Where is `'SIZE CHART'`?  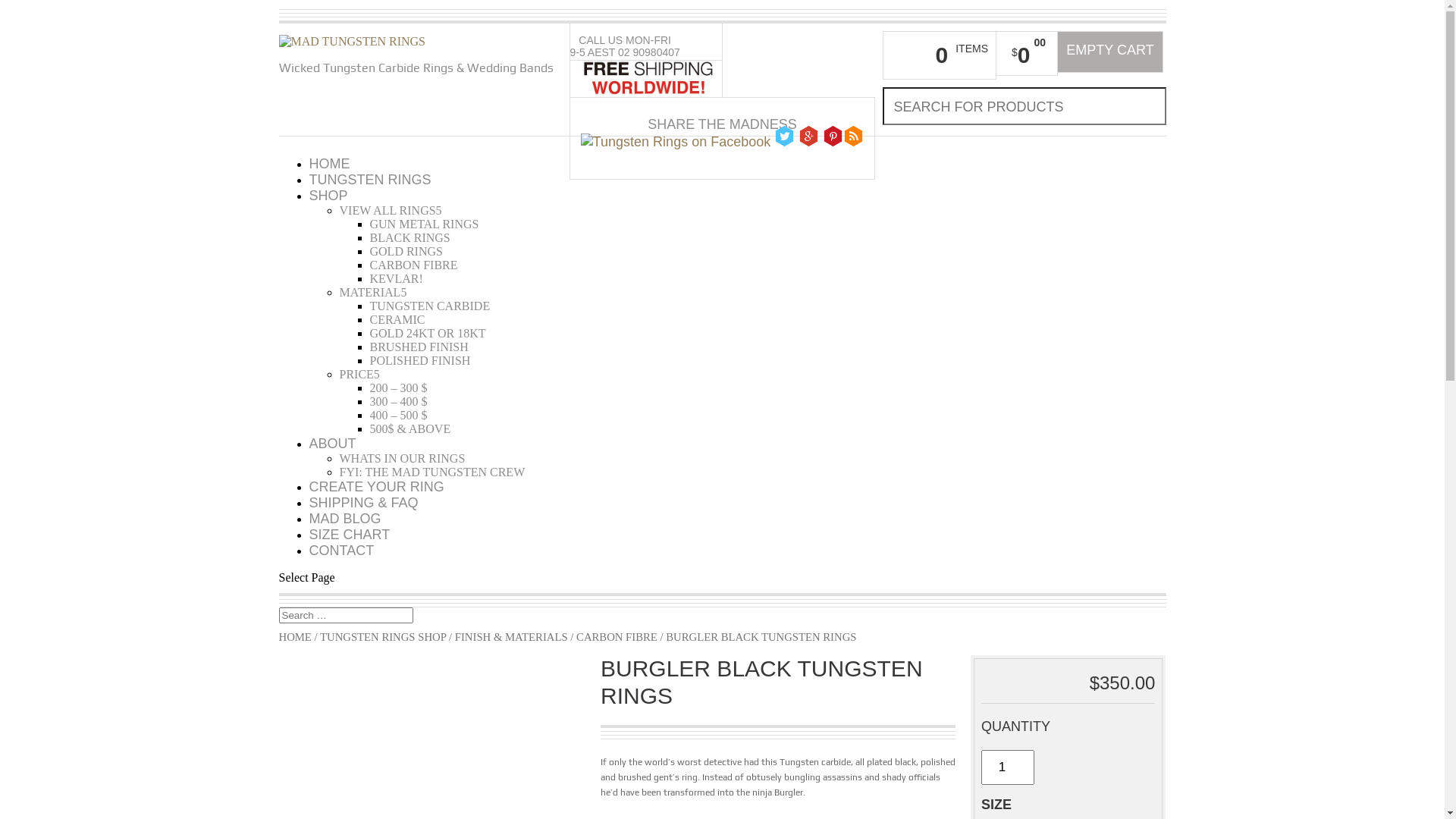
'SIZE CHART' is located at coordinates (349, 534).